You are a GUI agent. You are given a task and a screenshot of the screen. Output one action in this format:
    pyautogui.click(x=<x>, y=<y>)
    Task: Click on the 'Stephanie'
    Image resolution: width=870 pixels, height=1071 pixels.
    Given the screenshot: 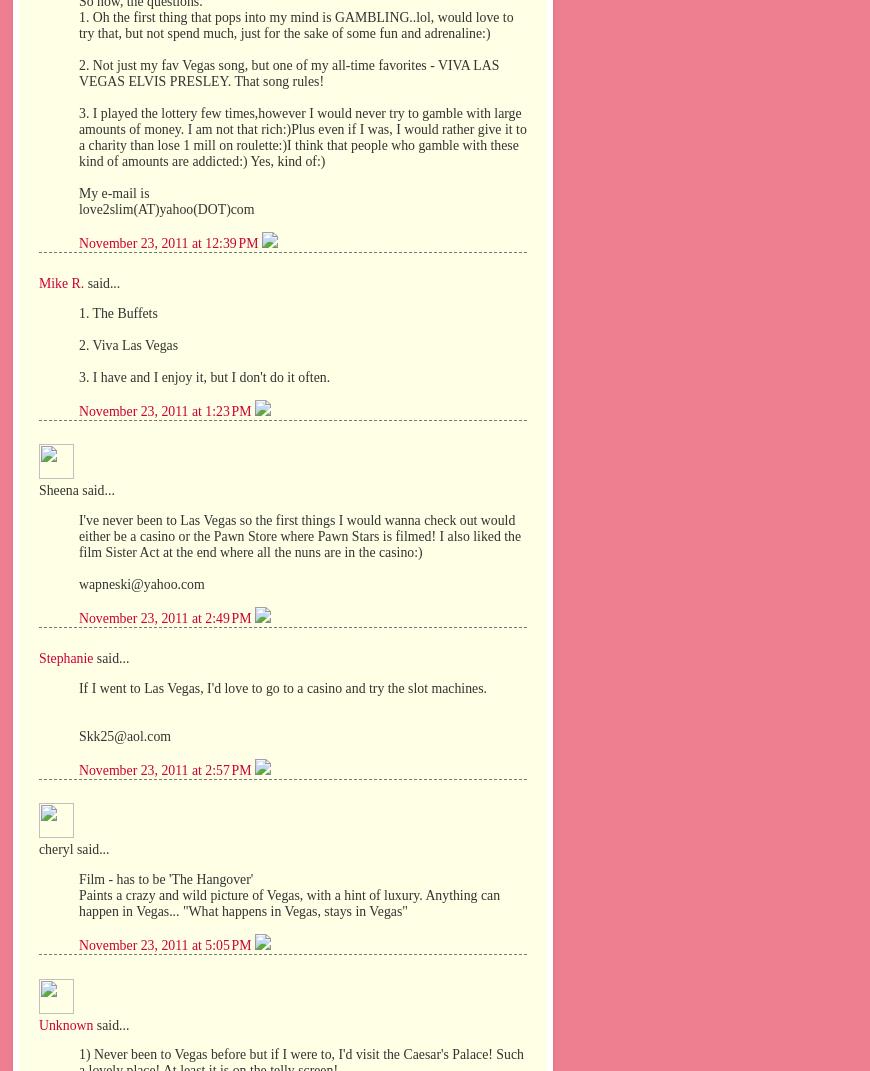 What is the action you would take?
    pyautogui.click(x=65, y=657)
    